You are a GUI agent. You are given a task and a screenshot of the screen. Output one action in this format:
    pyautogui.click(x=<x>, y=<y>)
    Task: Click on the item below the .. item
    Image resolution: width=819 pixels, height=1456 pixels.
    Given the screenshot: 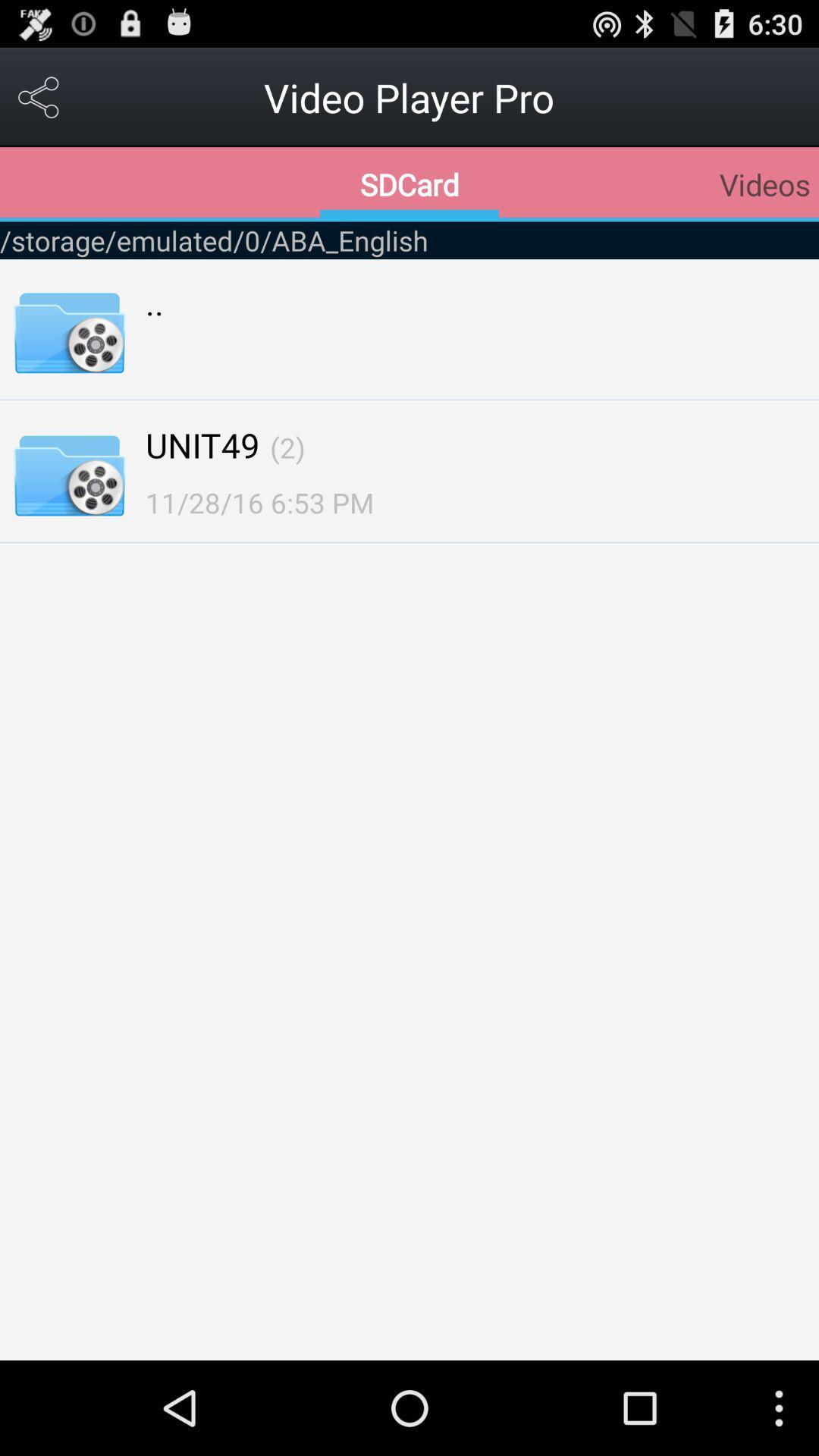 What is the action you would take?
    pyautogui.click(x=202, y=444)
    